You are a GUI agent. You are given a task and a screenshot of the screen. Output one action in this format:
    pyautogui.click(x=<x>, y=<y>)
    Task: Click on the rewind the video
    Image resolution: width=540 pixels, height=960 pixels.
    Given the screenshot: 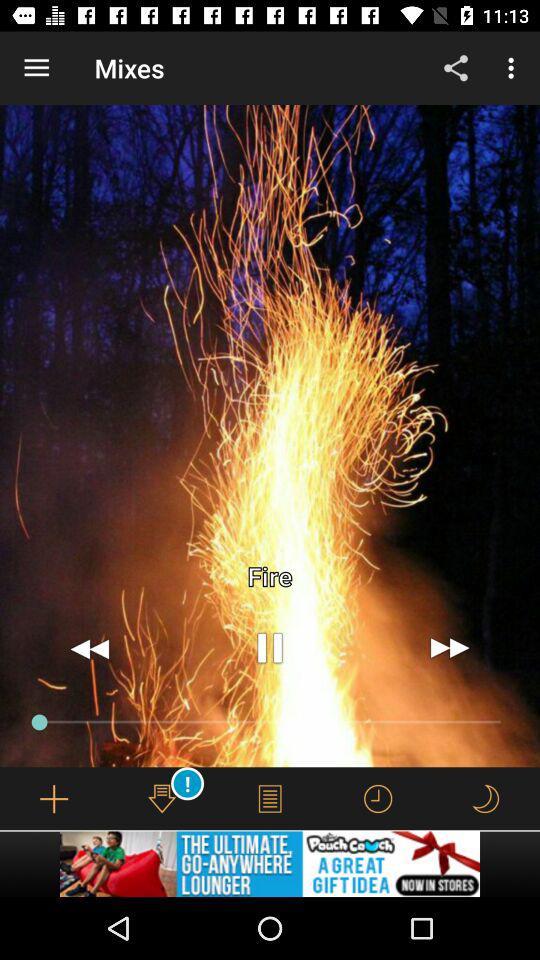 What is the action you would take?
    pyautogui.click(x=89, y=647)
    